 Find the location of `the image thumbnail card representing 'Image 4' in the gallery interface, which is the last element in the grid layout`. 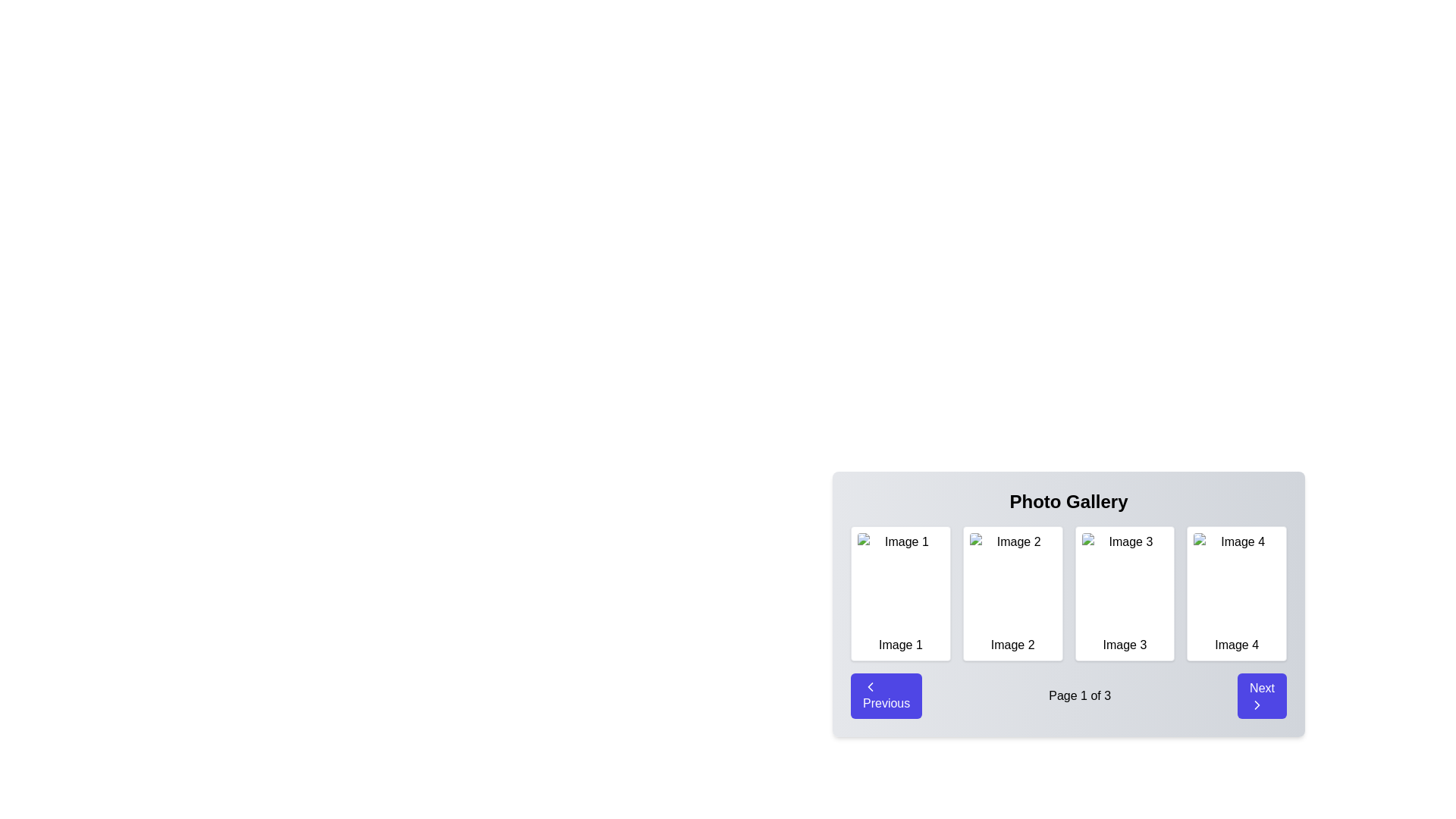

the image thumbnail card representing 'Image 4' in the gallery interface, which is the last element in the grid layout is located at coordinates (1237, 593).